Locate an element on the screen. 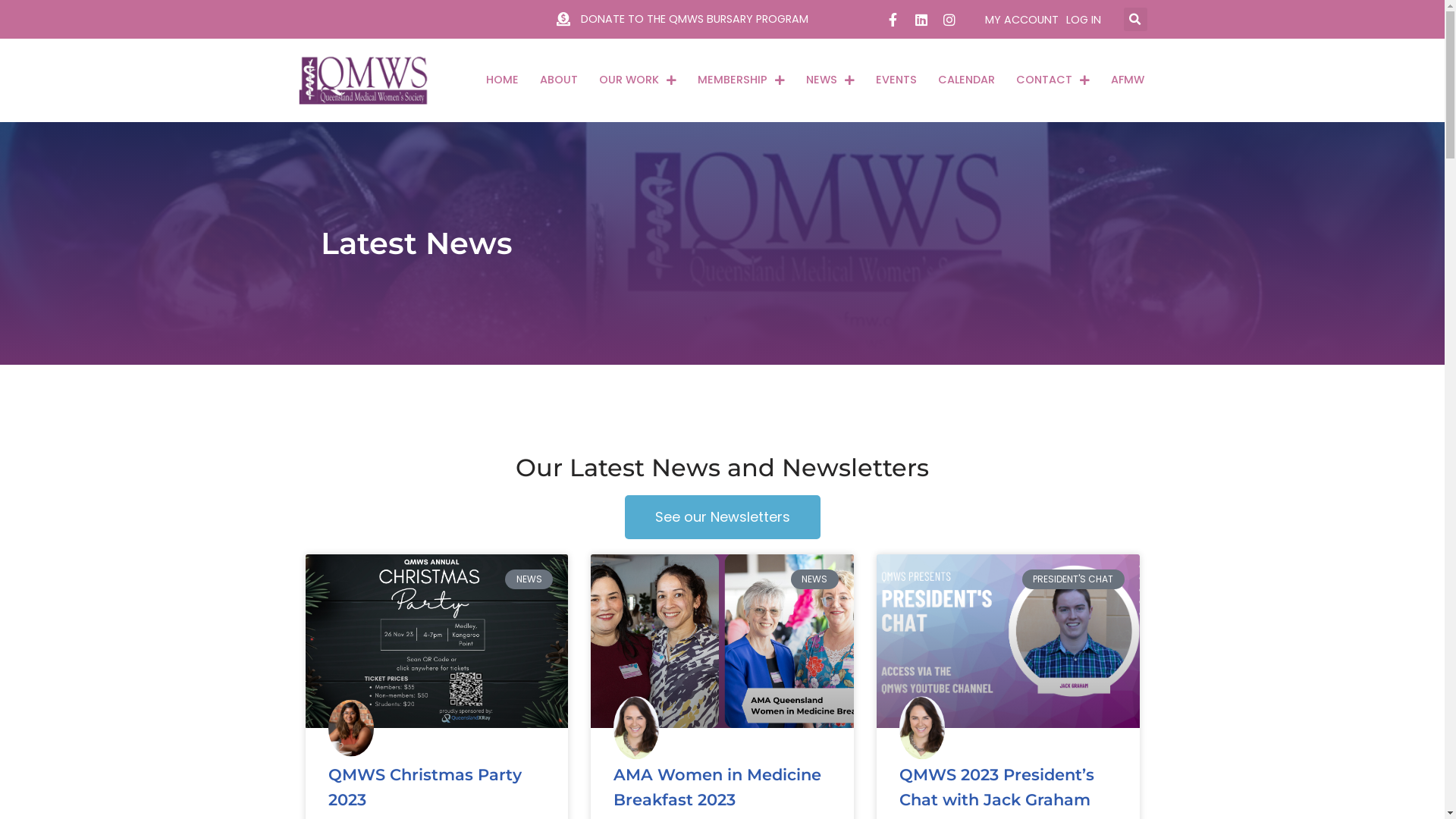 This screenshot has height=819, width=1456. 'CALENDAR' is located at coordinates (965, 80).